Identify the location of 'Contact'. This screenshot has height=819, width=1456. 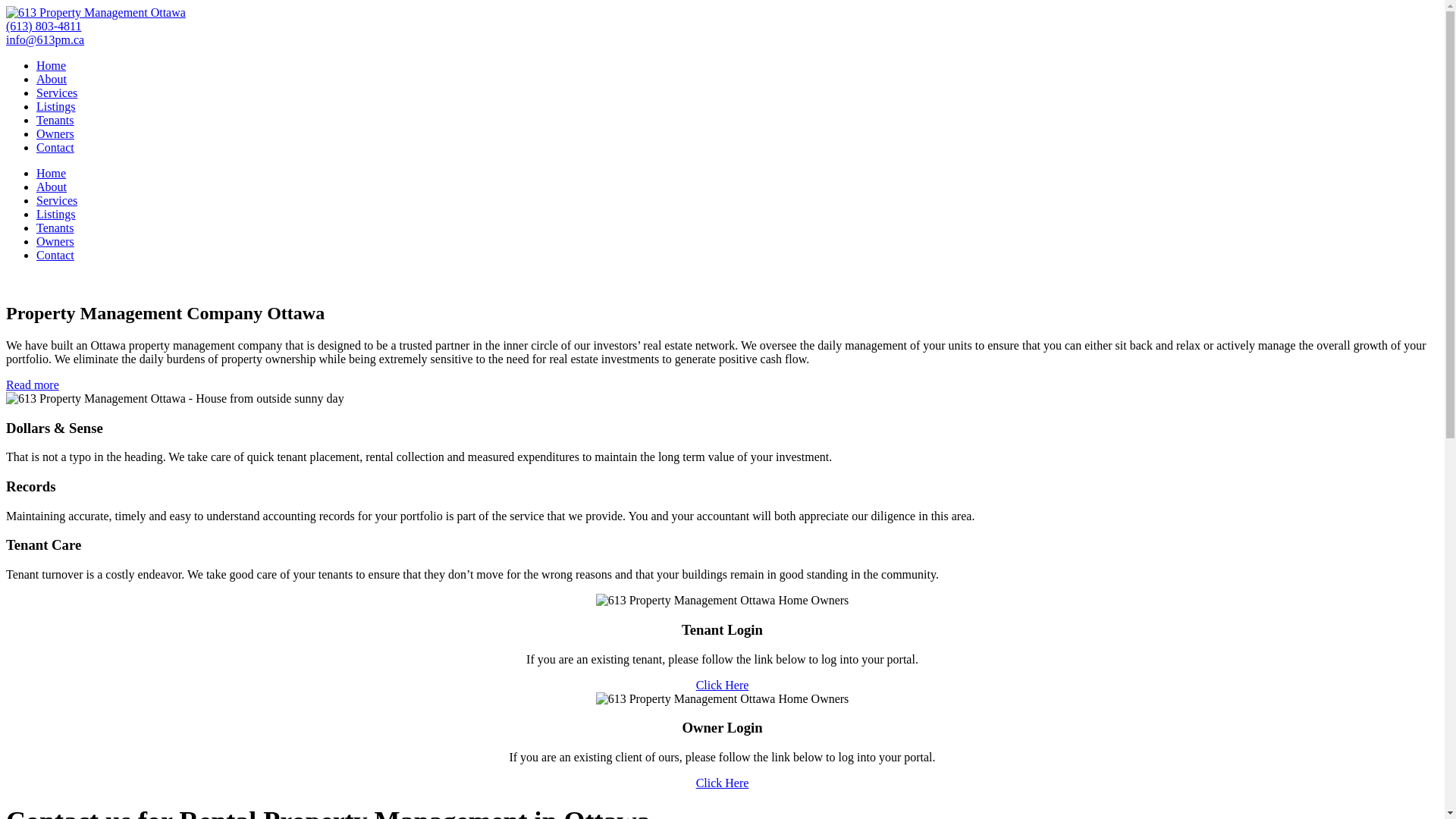
(36, 147).